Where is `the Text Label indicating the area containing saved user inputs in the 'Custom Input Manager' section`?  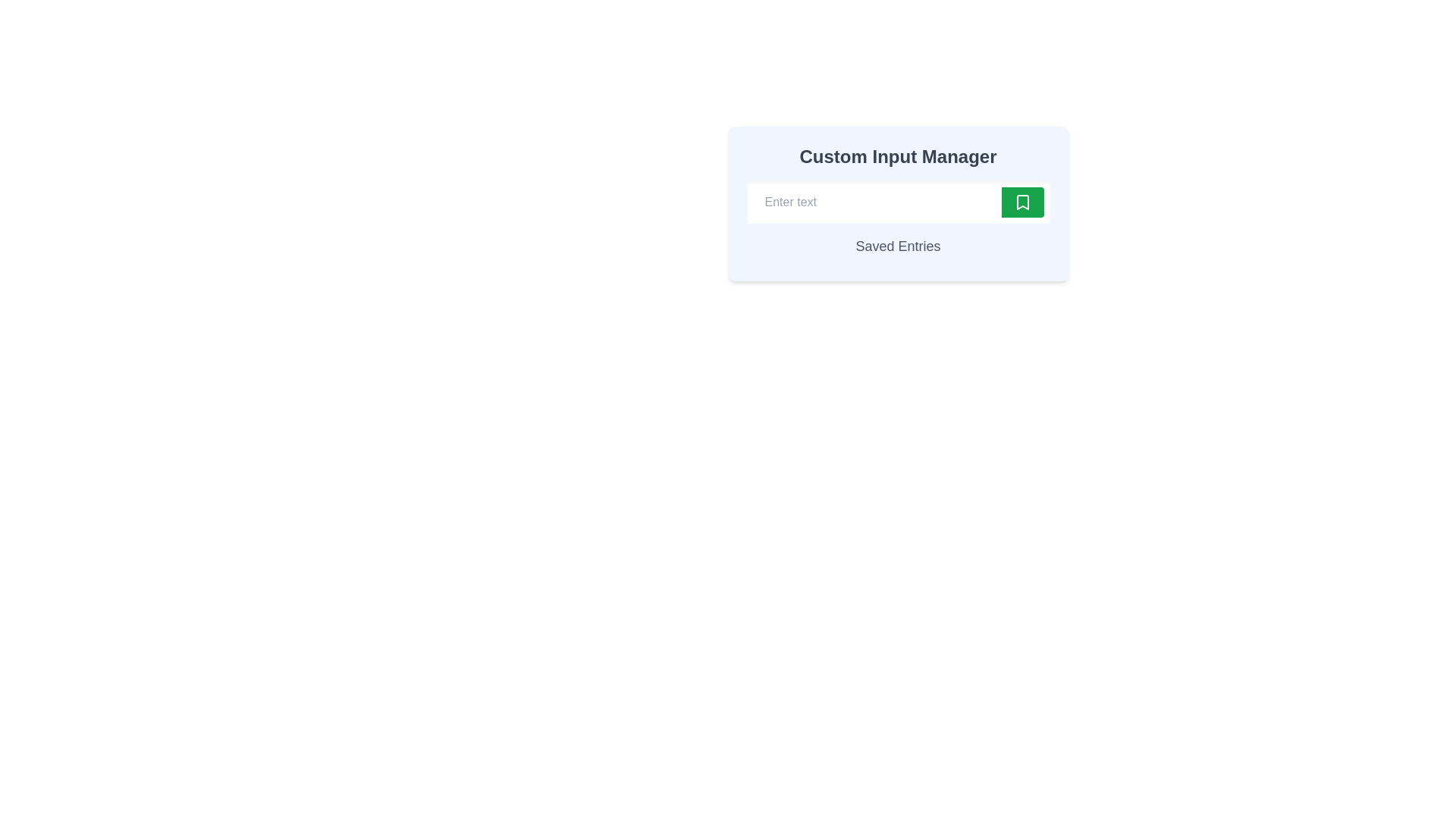
the Text Label indicating the area containing saved user inputs in the 'Custom Input Manager' section is located at coordinates (898, 245).